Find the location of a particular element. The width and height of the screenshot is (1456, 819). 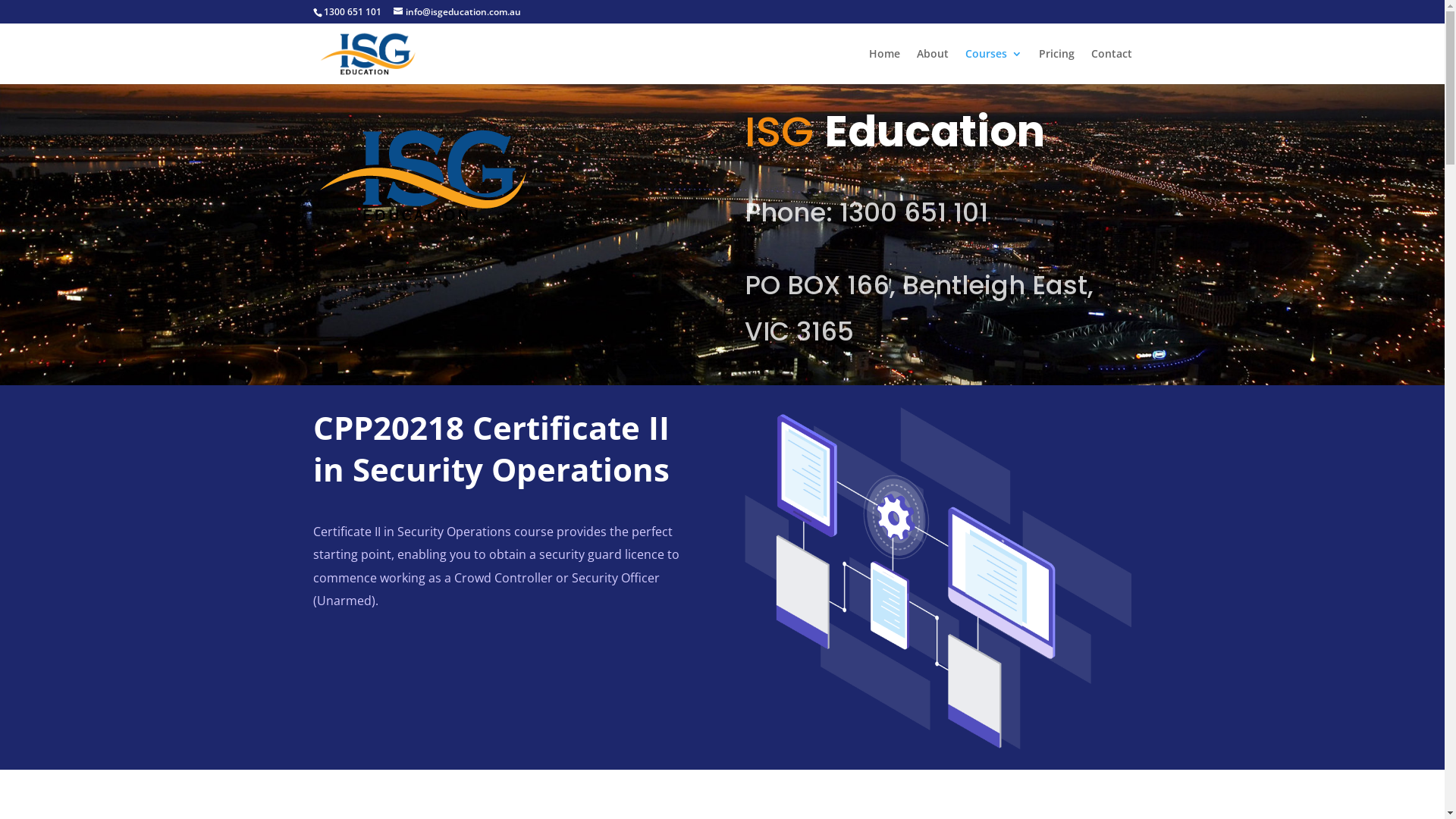

'Courses' is located at coordinates (993, 65).